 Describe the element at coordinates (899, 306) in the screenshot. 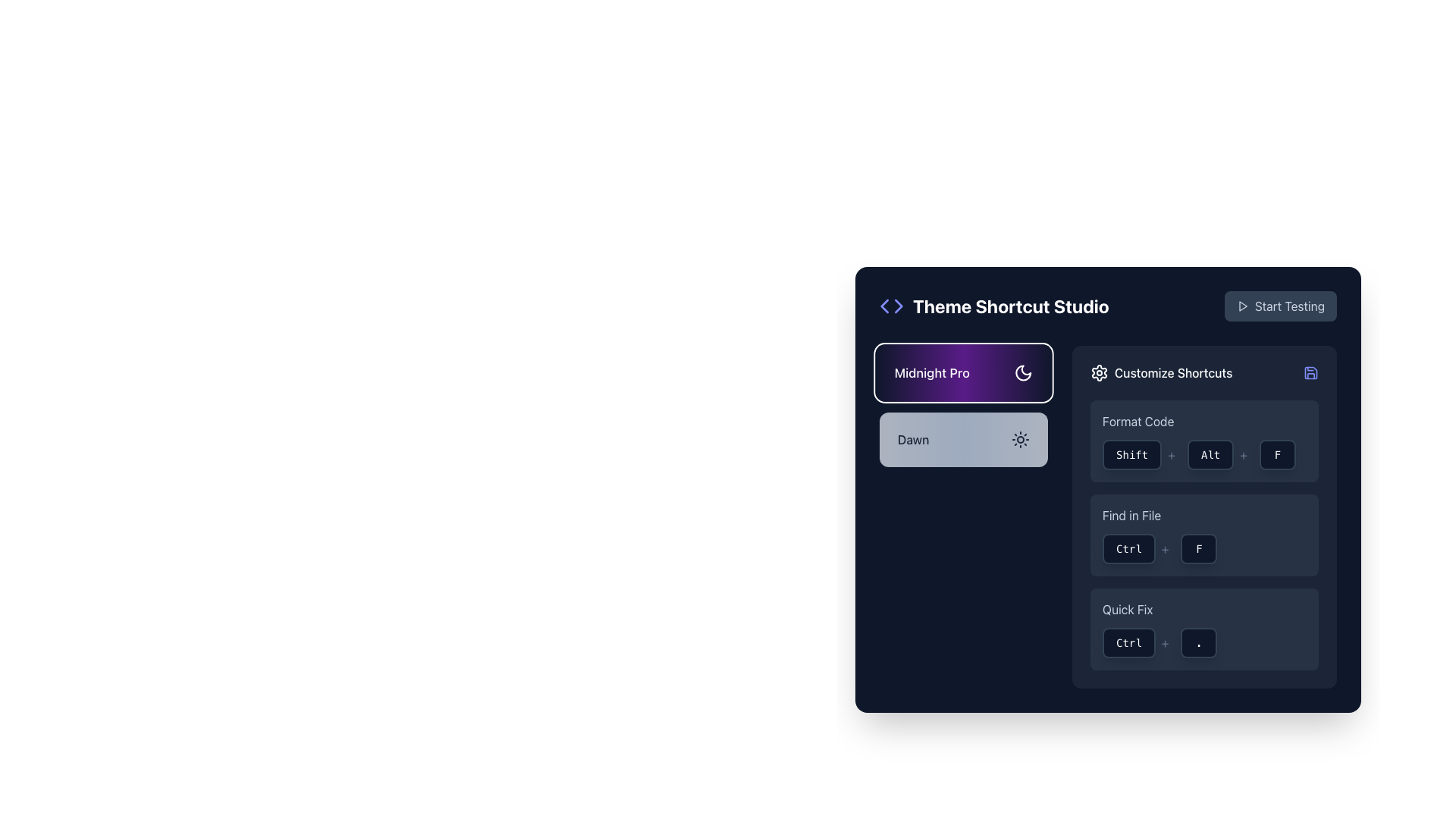

I see `the second triangular SVG graphic located in the top-left corner of the interface, positioned to the right of another triangular shape` at that location.